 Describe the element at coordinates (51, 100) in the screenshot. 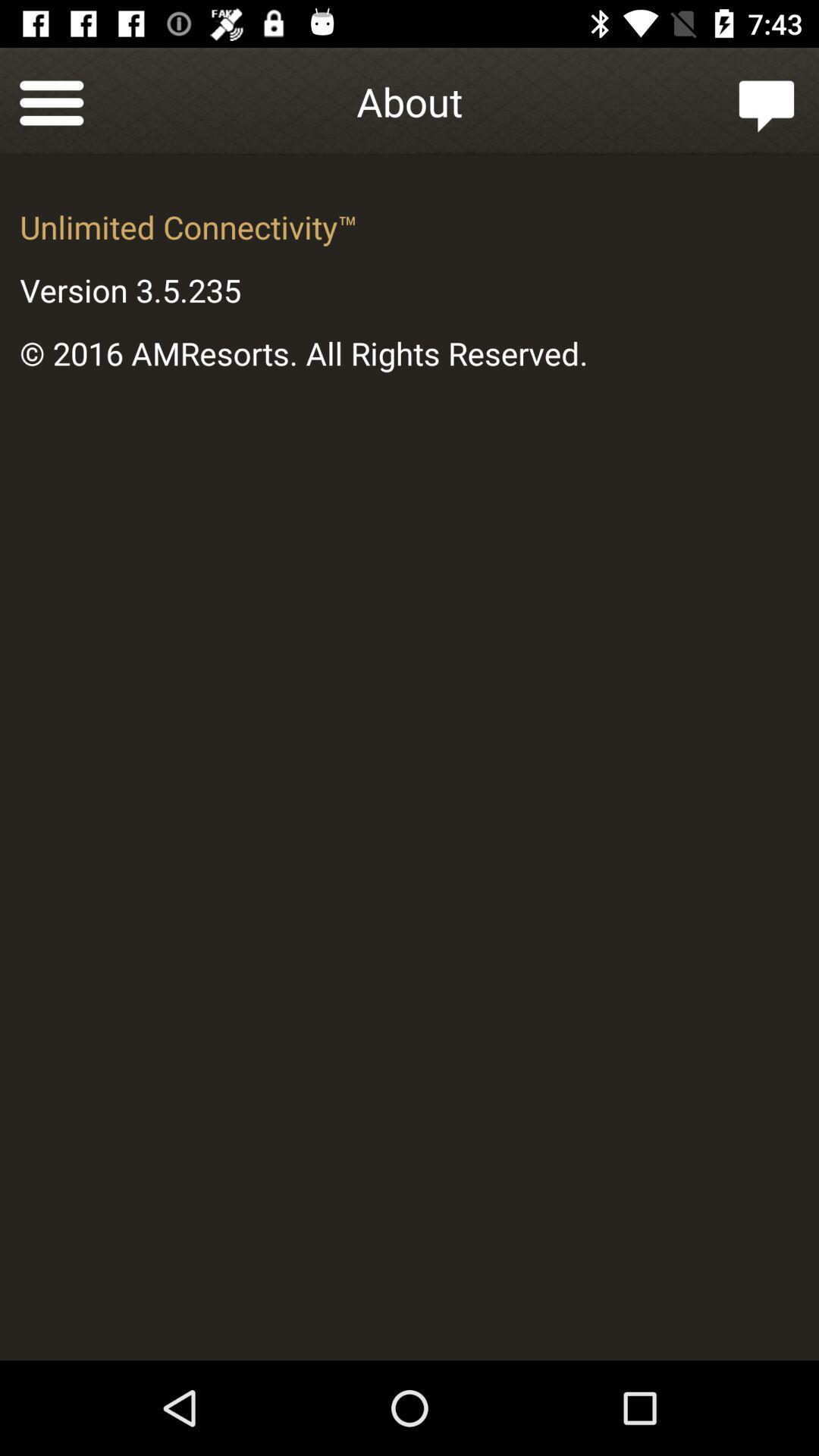

I see `the menu icon` at that location.